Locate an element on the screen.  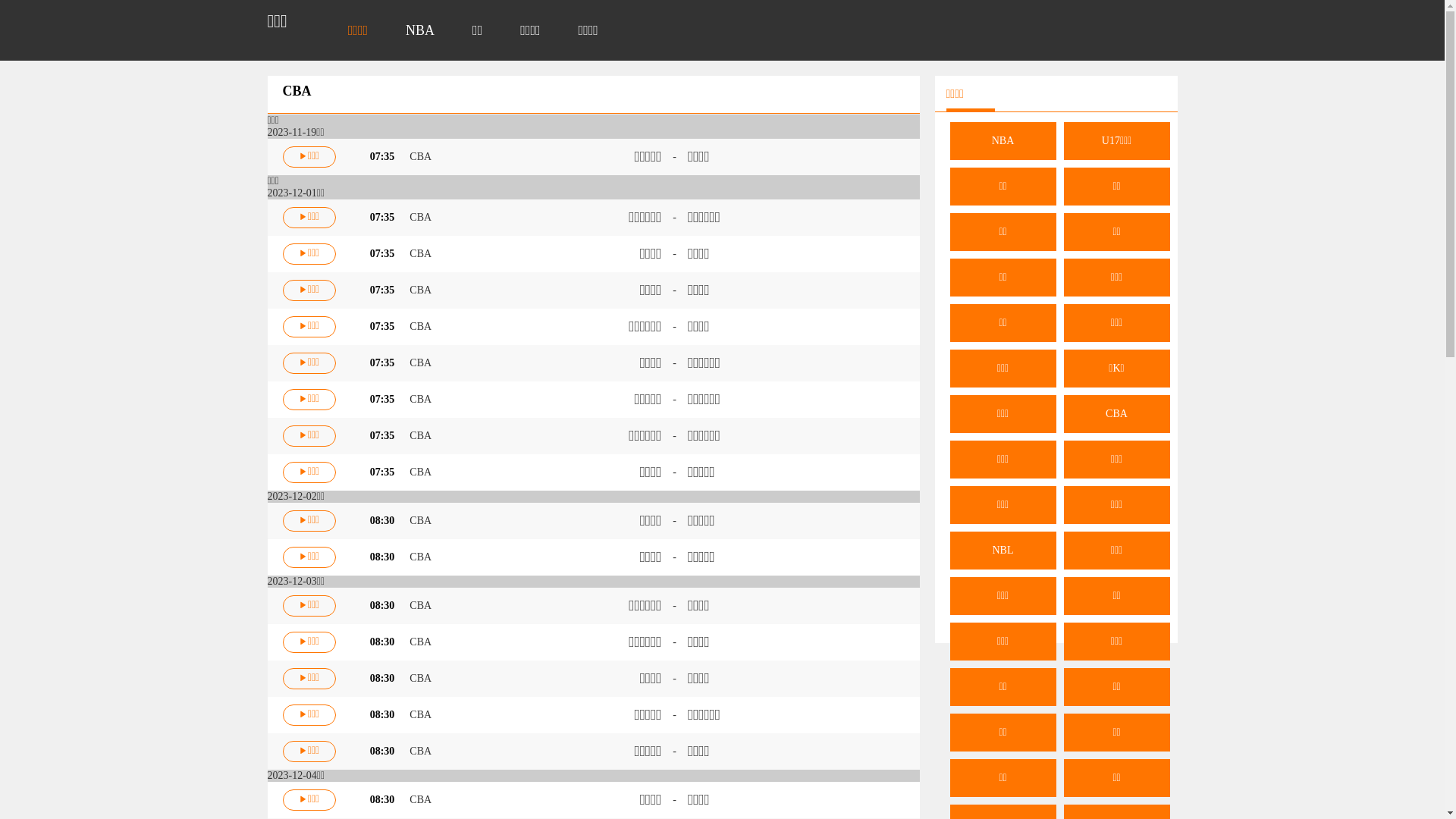
'NBL' is located at coordinates (949, 550).